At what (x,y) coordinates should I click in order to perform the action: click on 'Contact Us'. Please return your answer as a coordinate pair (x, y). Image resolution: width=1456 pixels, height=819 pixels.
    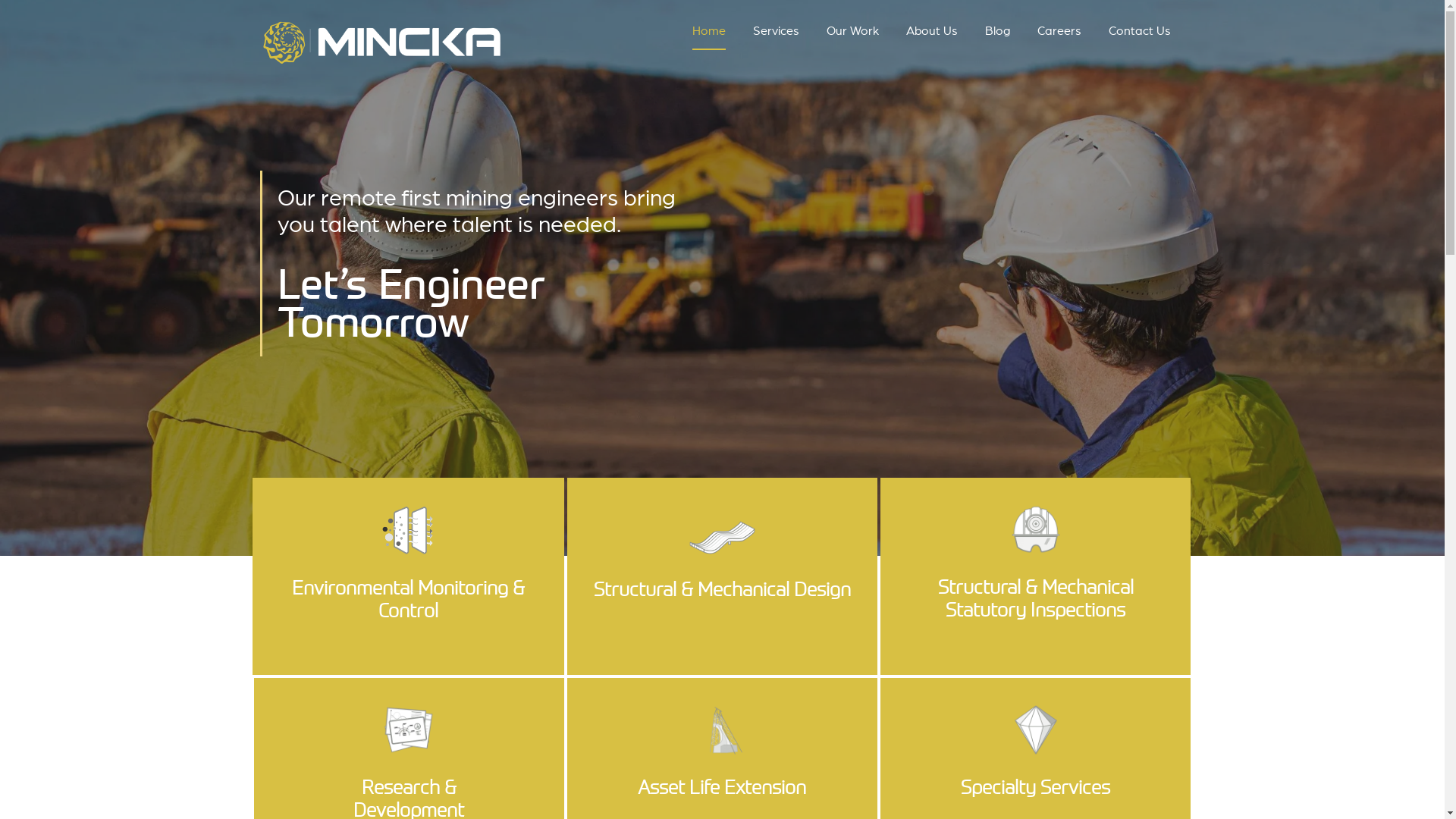
    Looking at the image, I should click on (1109, 34).